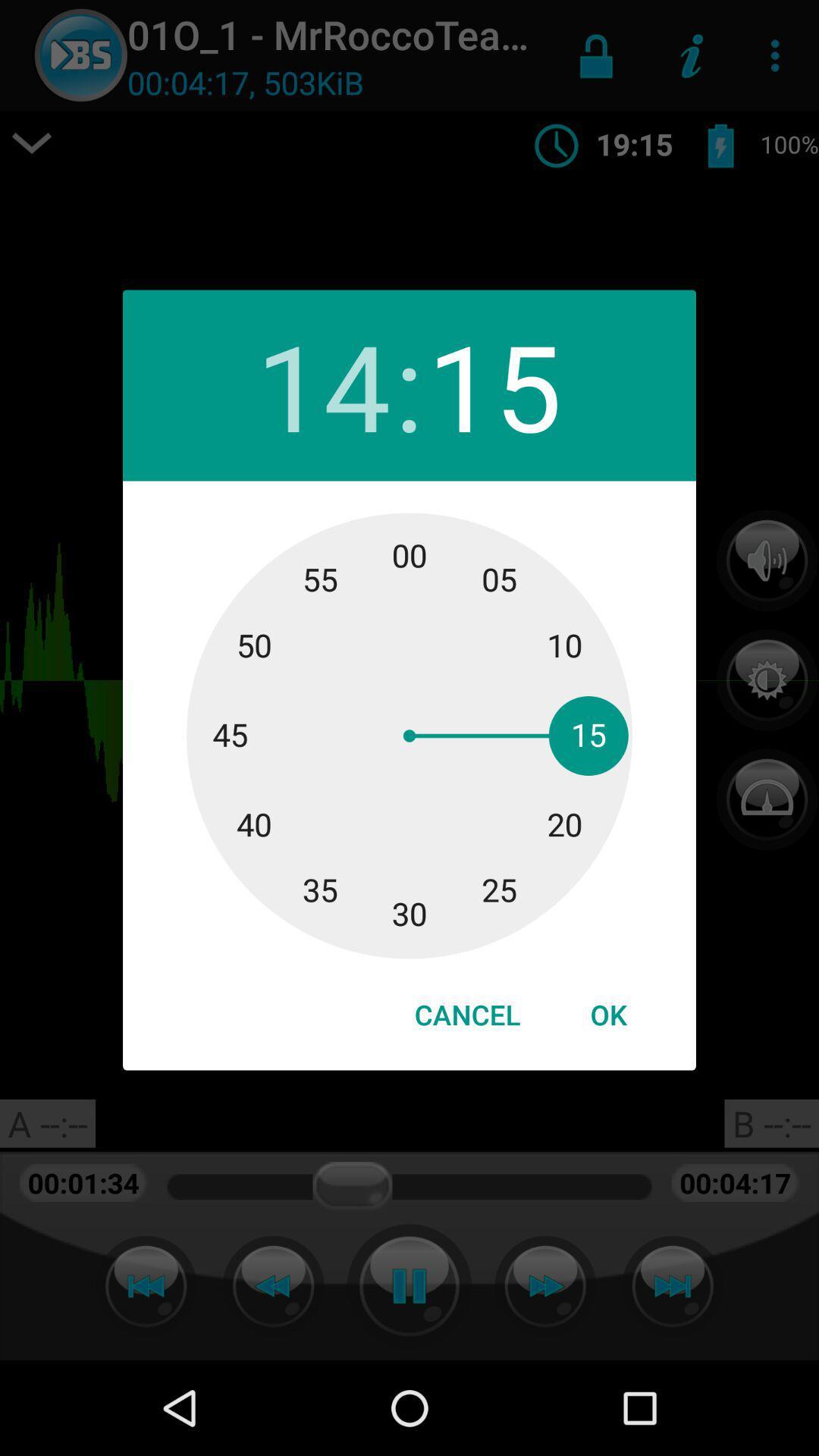 The height and width of the screenshot is (1456, 819). Describe the element at coordinates (494, 385) in the screenshot. I see `the item to the right of the :` at that location.